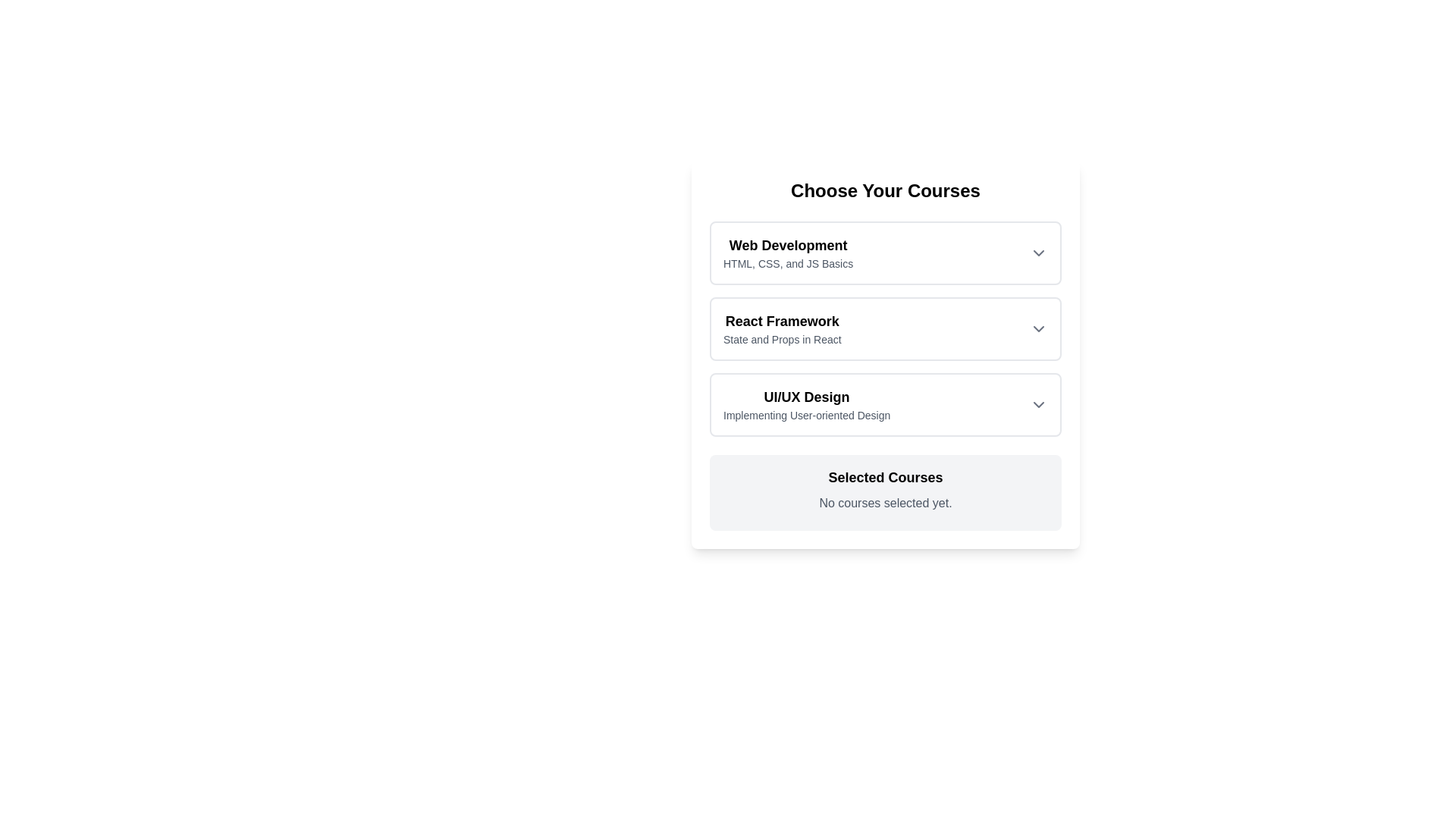  I want to click on the labeled option for the 'Web Development' course located near the top of the course selection interface, so click(788, 253).